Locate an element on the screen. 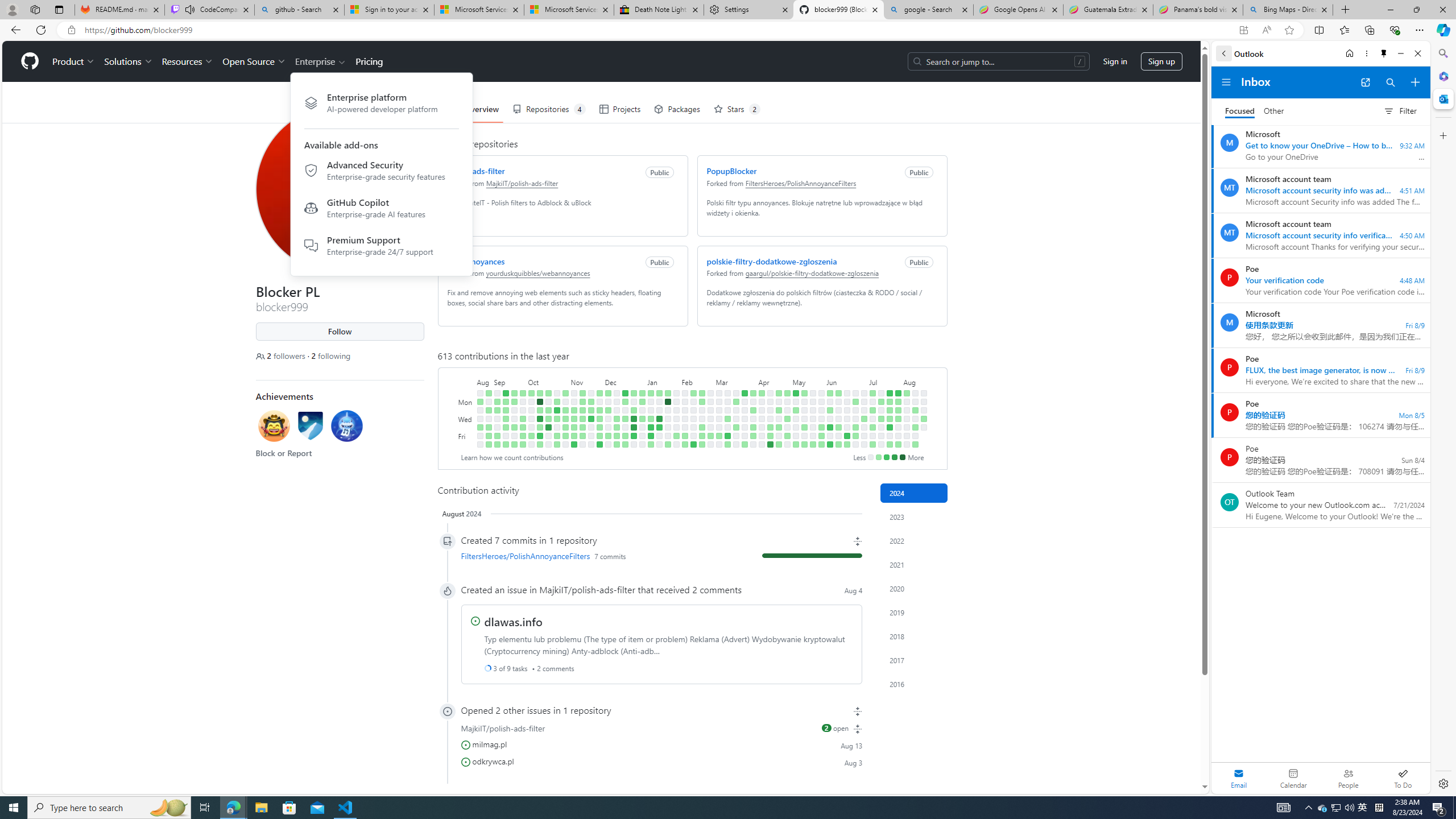 The image size is (1456, 819). 'Achievement: Quickdraw' is located at coordinates (274, 427).